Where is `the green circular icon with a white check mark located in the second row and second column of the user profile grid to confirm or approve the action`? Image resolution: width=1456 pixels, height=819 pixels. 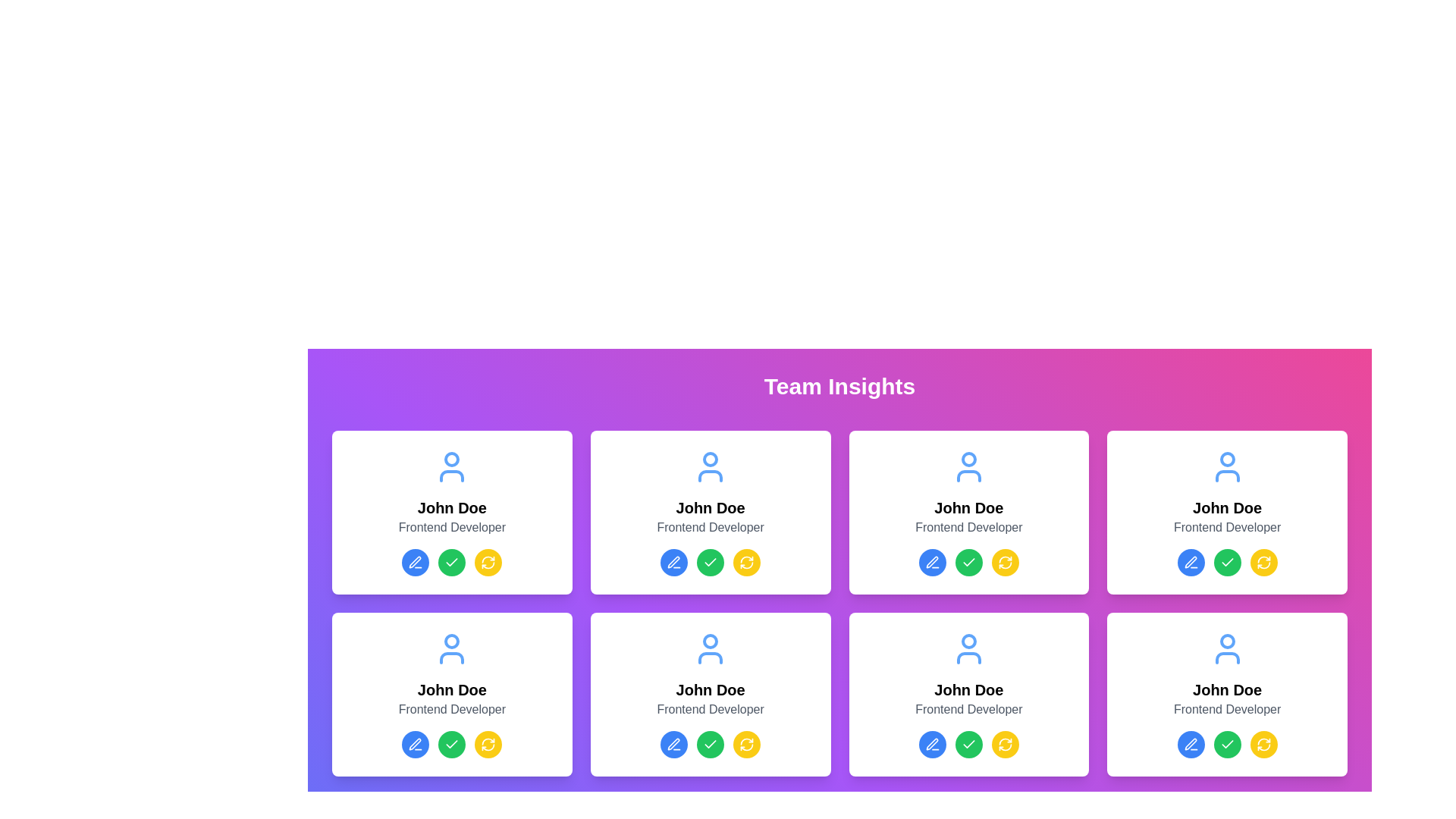 the green circular icon with a white check mark located in the second row and second column of the user profile grid to confirm or approve the action is located at coordinates (710, 744).